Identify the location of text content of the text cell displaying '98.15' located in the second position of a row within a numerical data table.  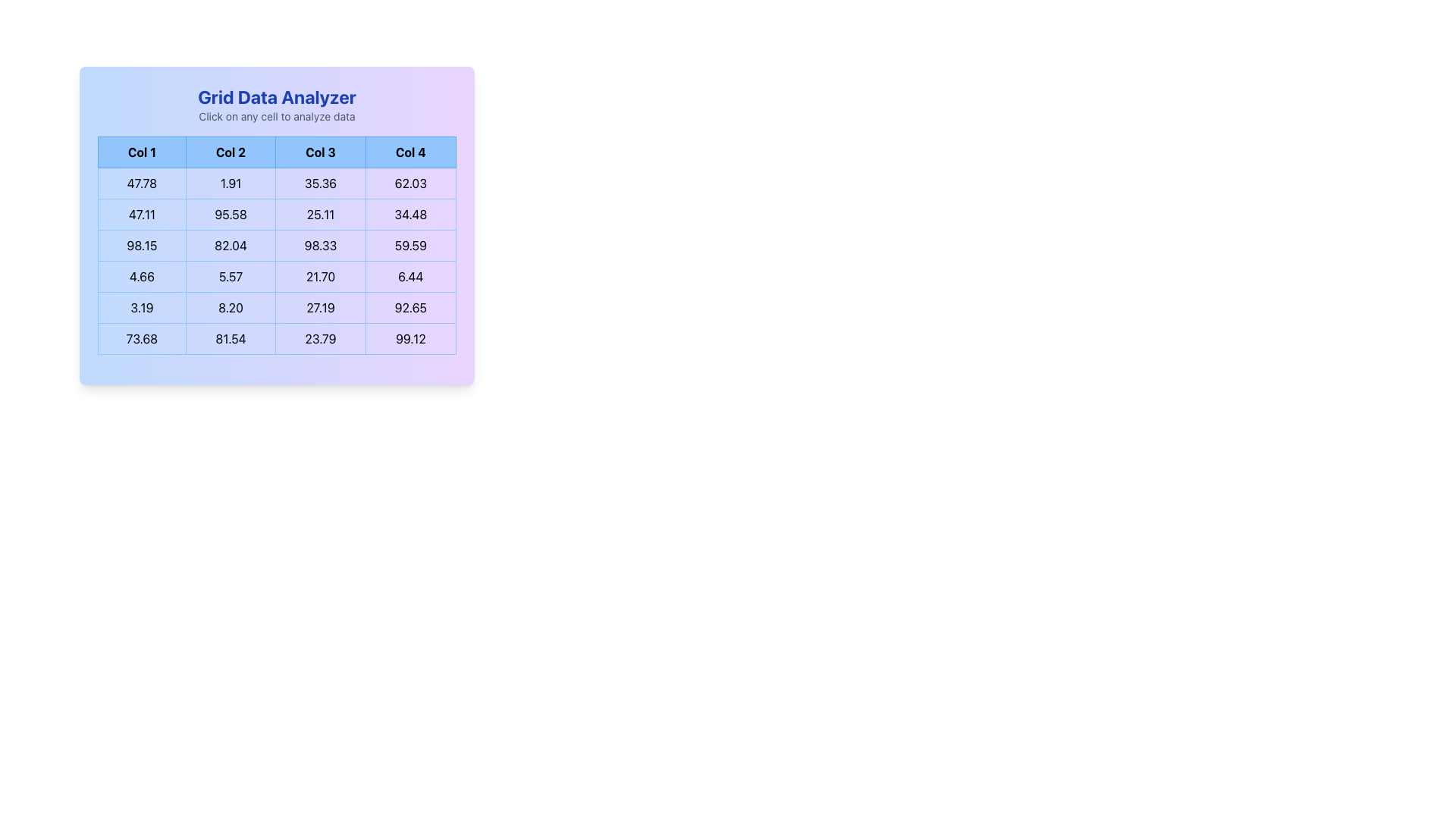
(142, 245).